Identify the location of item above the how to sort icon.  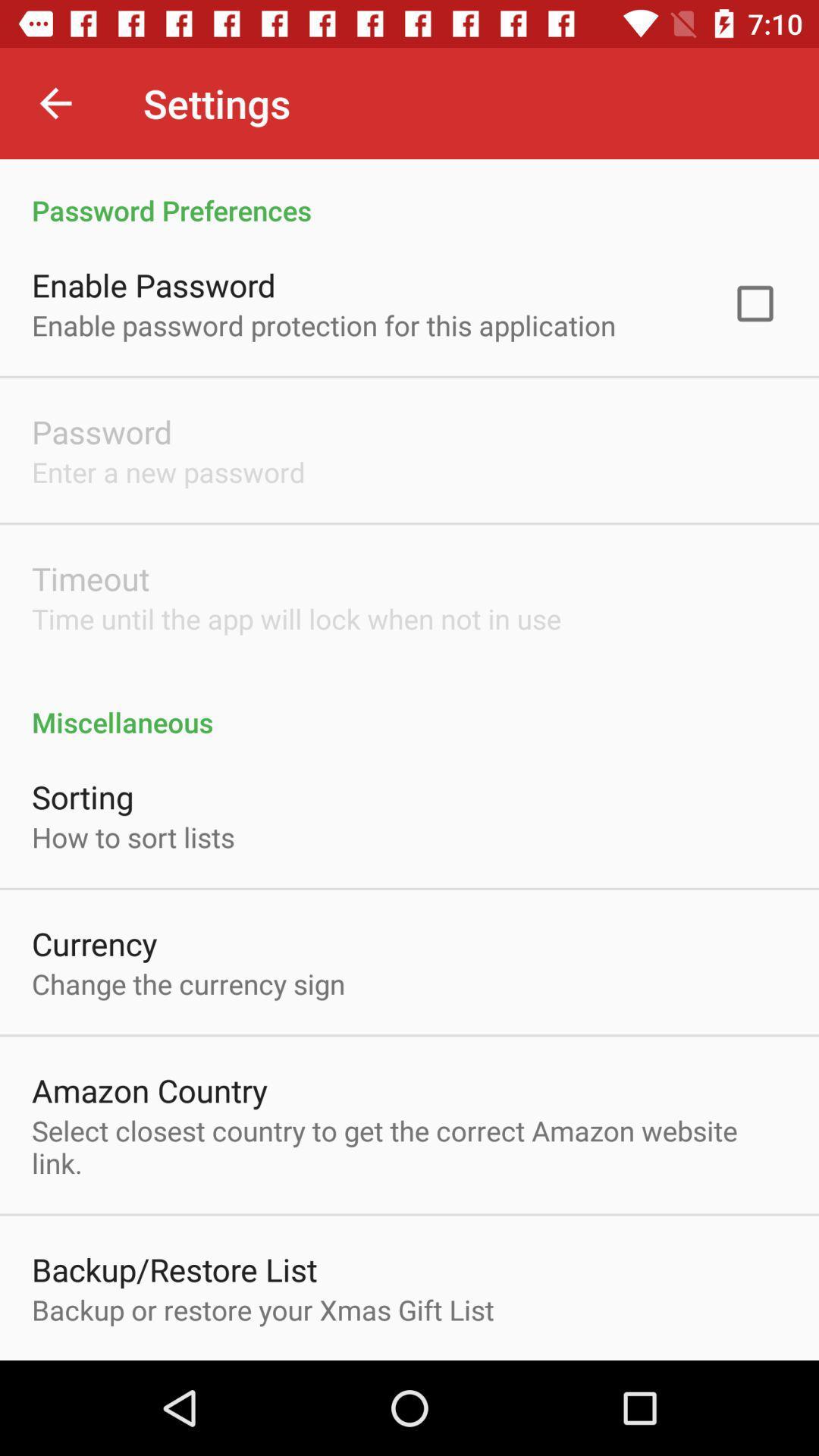
(83, 795).